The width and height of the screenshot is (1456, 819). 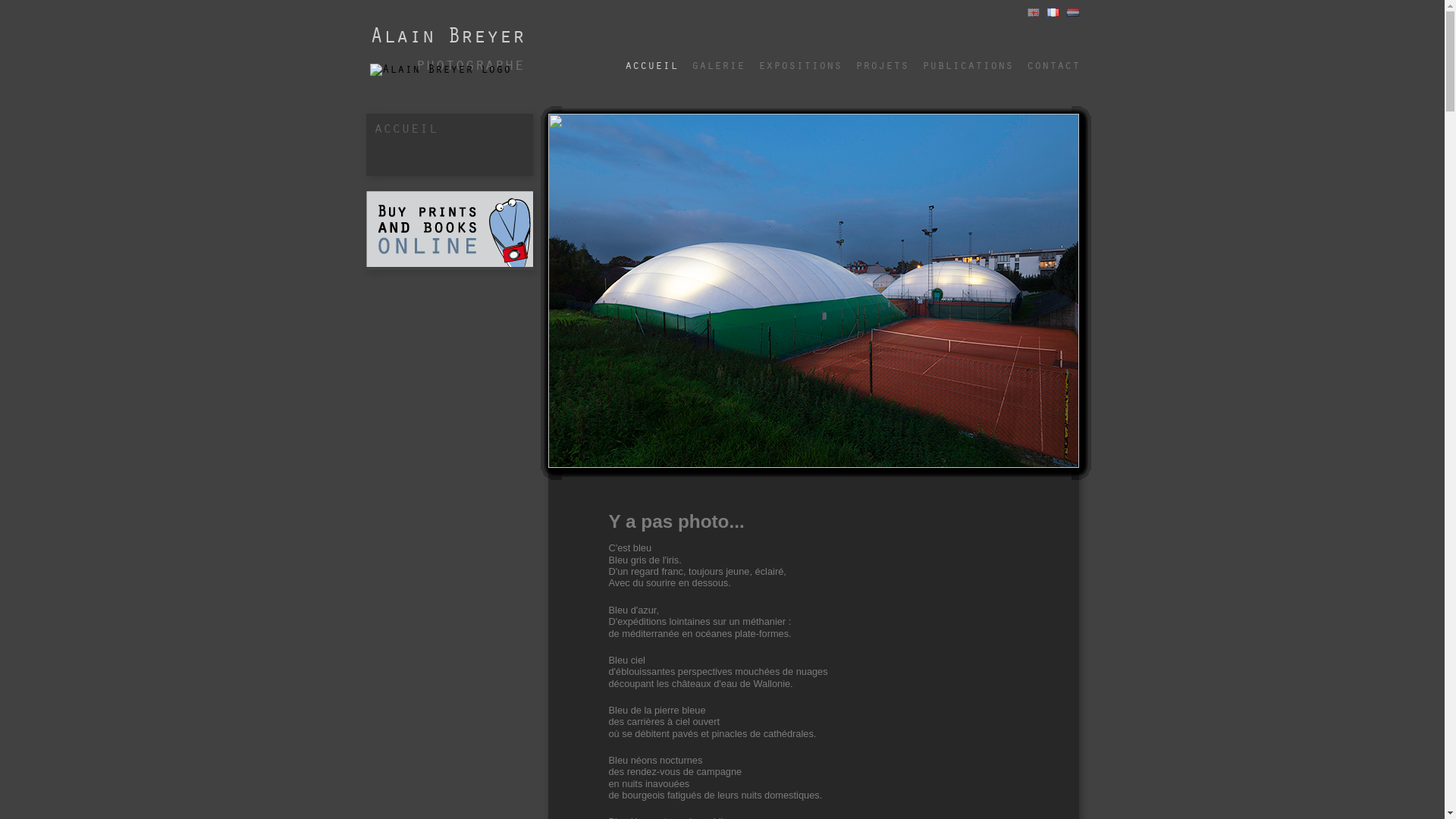 What do you see at coordinates (811, 290) in the screenshot?
I see `'BD_photo_1.jpg'` at bounding box center [811, 290].